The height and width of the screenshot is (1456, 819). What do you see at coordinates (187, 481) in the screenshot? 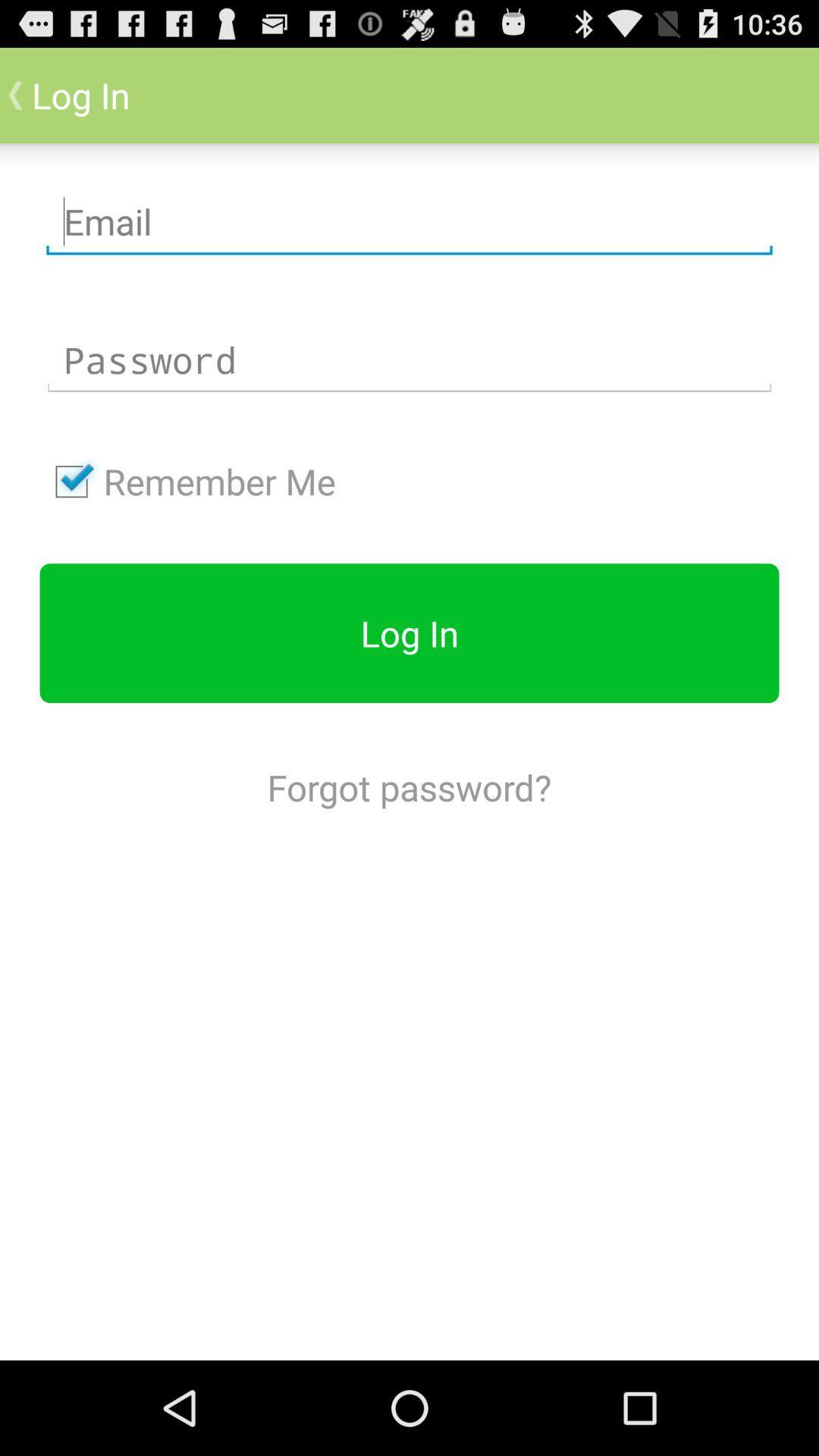
I see `remember me checkbox` at bounding box center [187, 481].